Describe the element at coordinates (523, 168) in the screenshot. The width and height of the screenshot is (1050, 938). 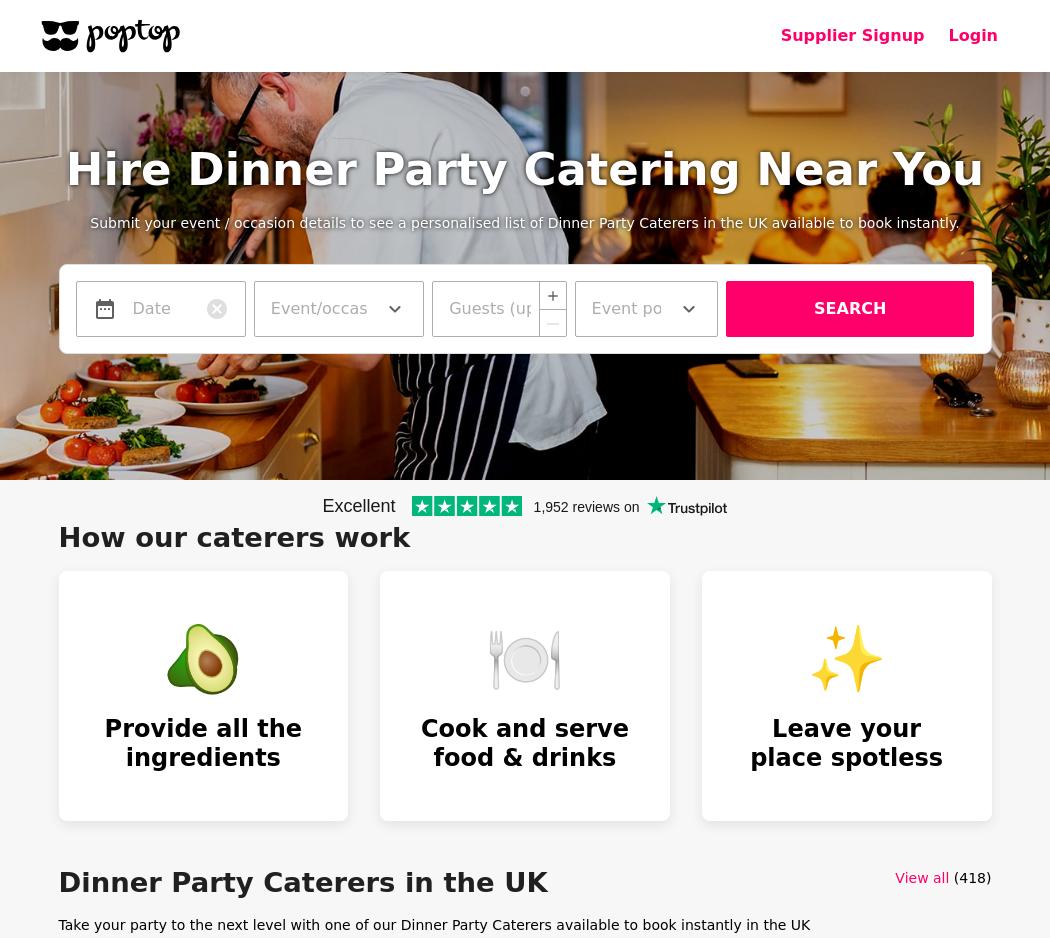
I see `'Hire Dinner Party Catering Near You'` at that location.